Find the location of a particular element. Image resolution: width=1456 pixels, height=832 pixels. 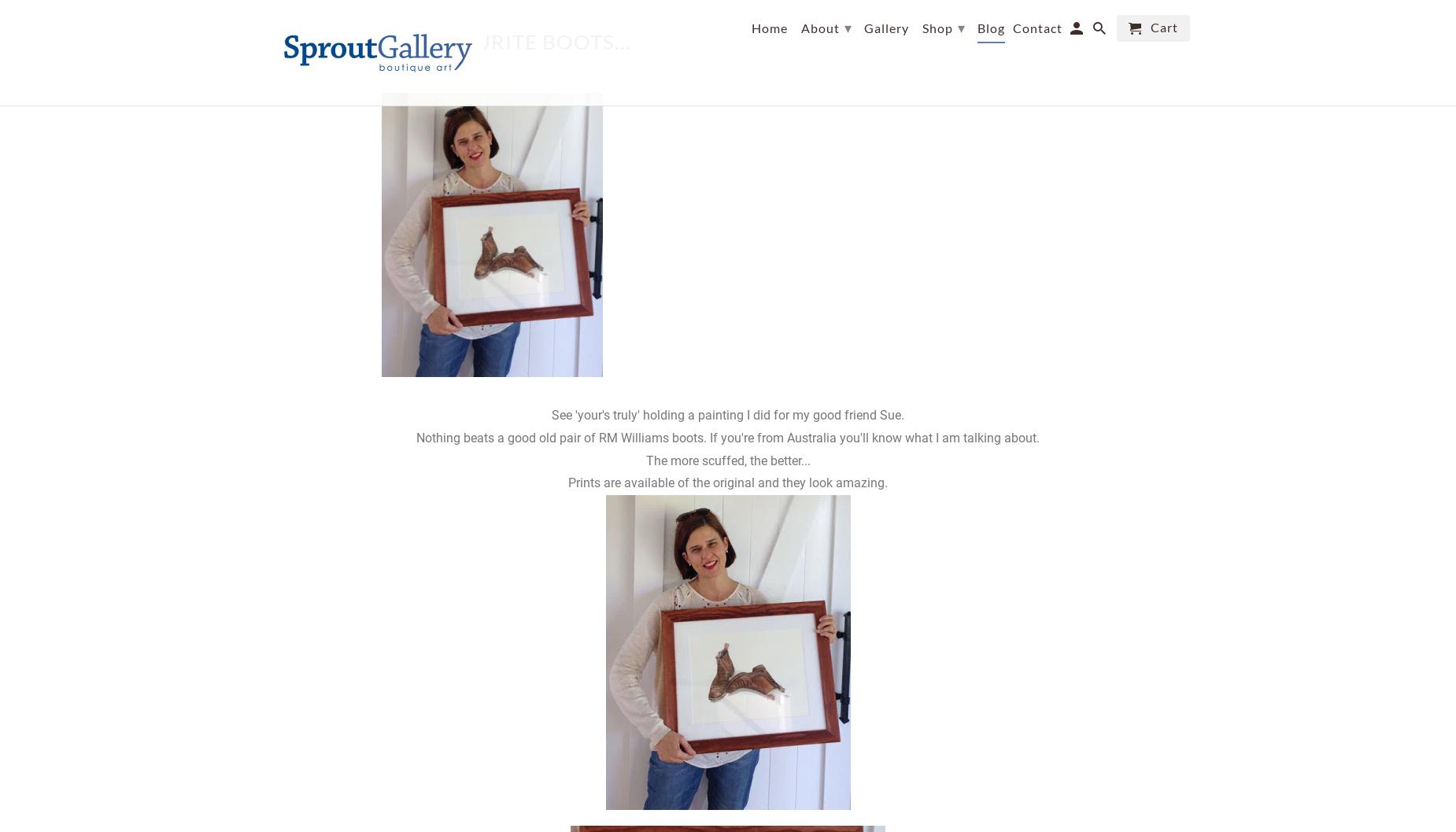

'Gallery' is located at coordinates (885, 28).